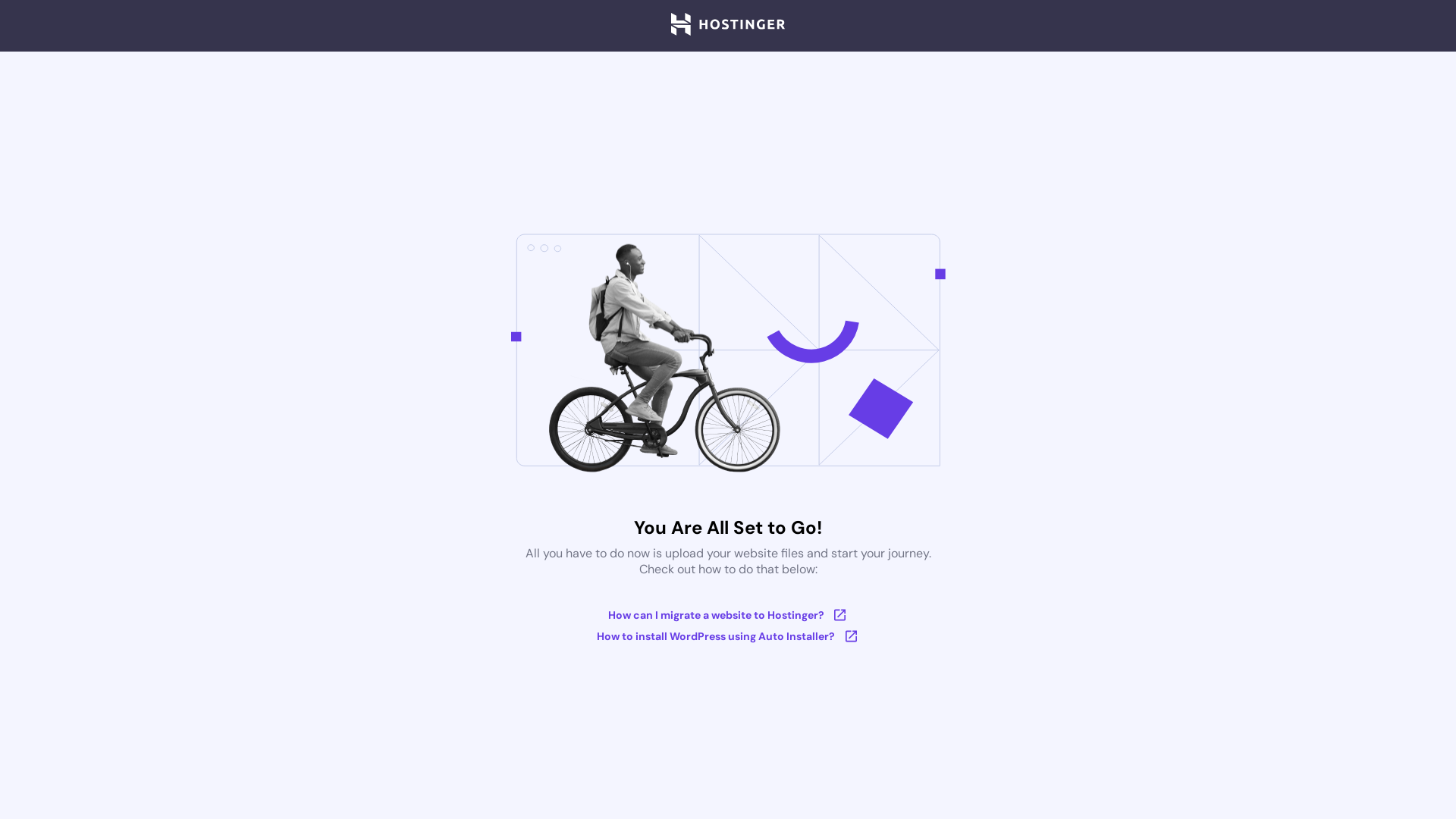  I want to click on 'How can I migrate a website to Hostinger?', so click(728, 614).